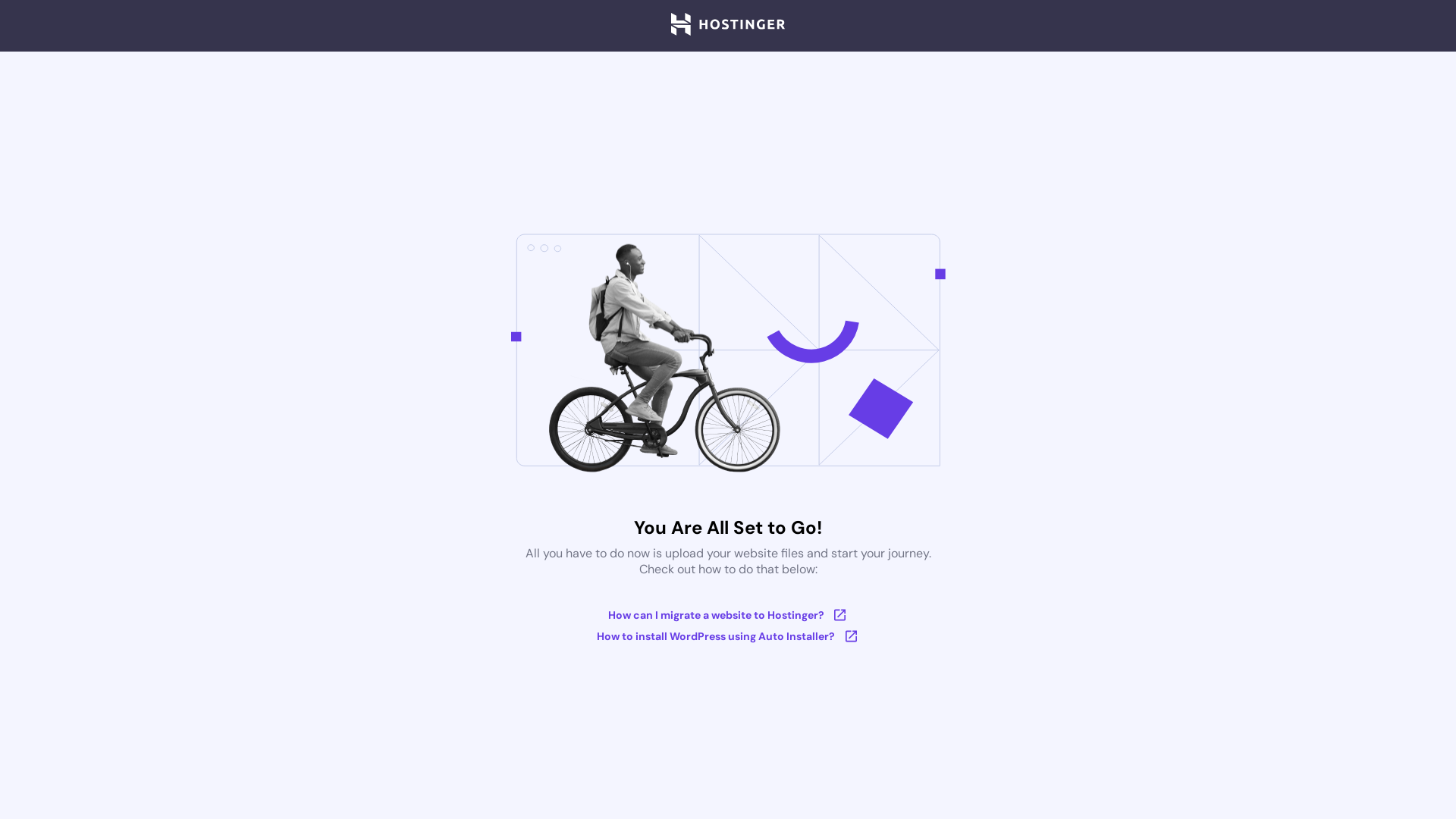  I want to click on 'How can I migrate a website to Hostinger?', so click(728, 614).